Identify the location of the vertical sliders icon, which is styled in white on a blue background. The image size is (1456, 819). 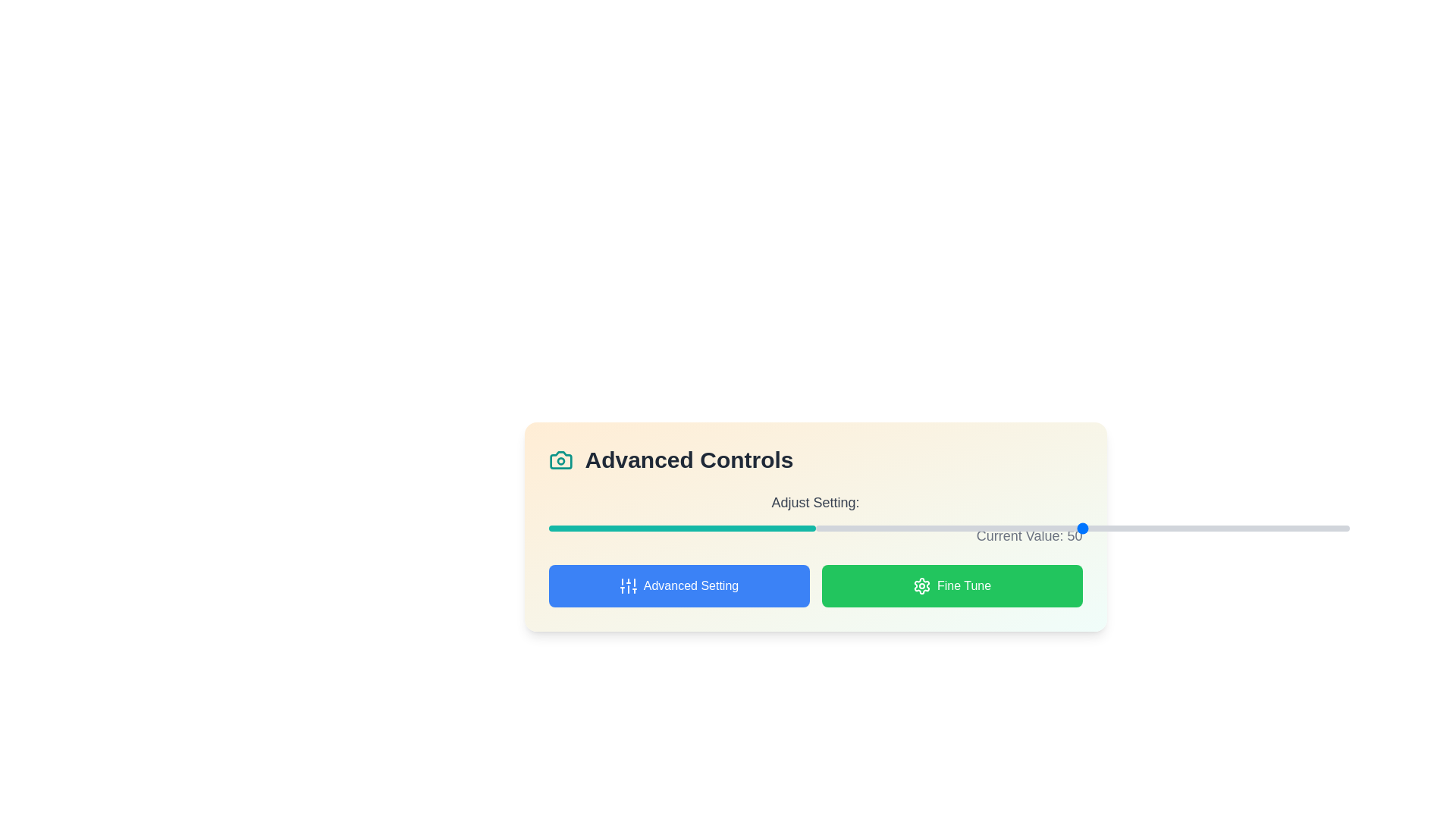
(628, 585).